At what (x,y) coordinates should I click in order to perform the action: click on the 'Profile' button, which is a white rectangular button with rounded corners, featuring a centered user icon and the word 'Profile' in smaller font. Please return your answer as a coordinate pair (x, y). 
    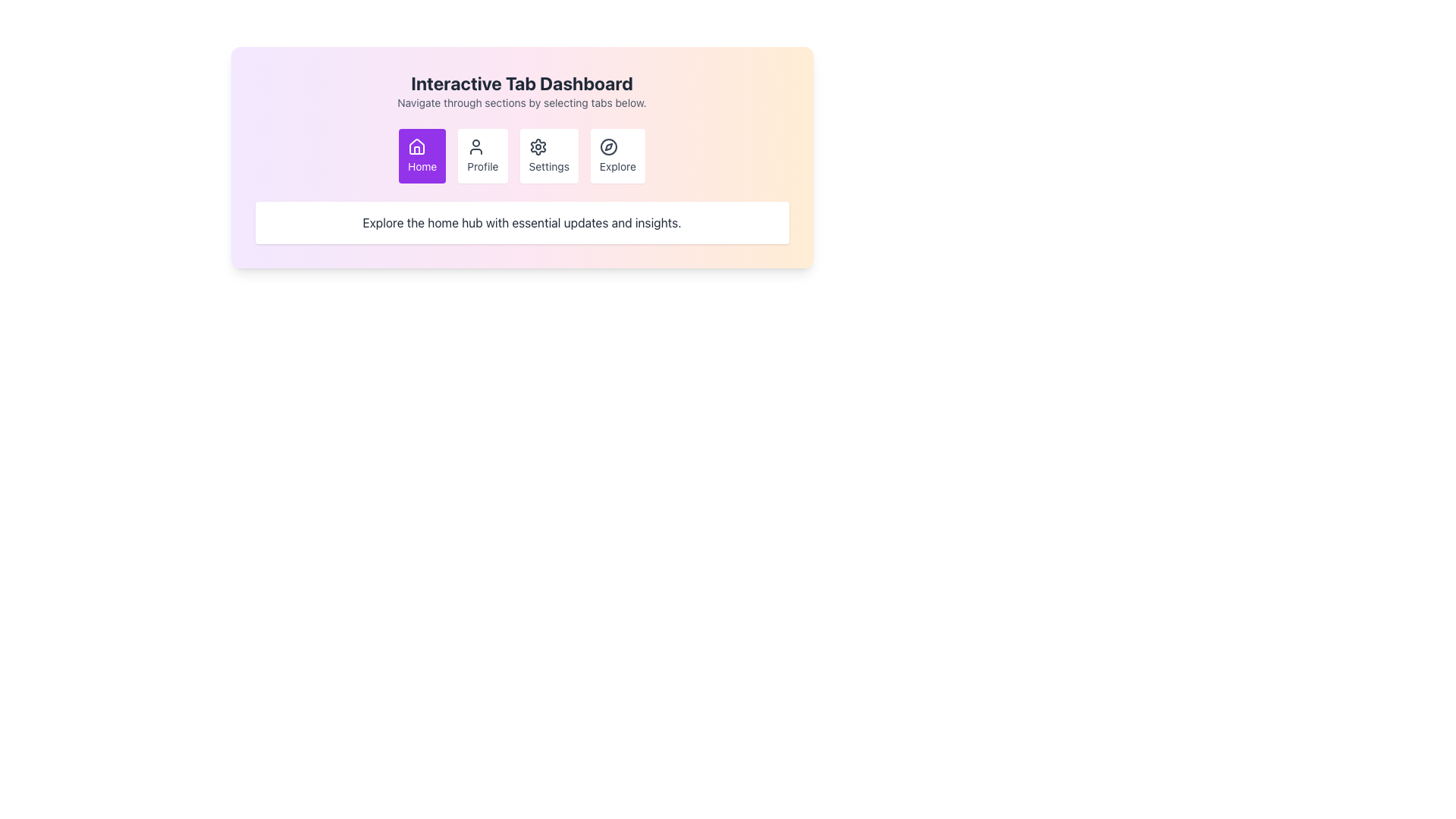
    Looking at the image, I should click on (482, 155).